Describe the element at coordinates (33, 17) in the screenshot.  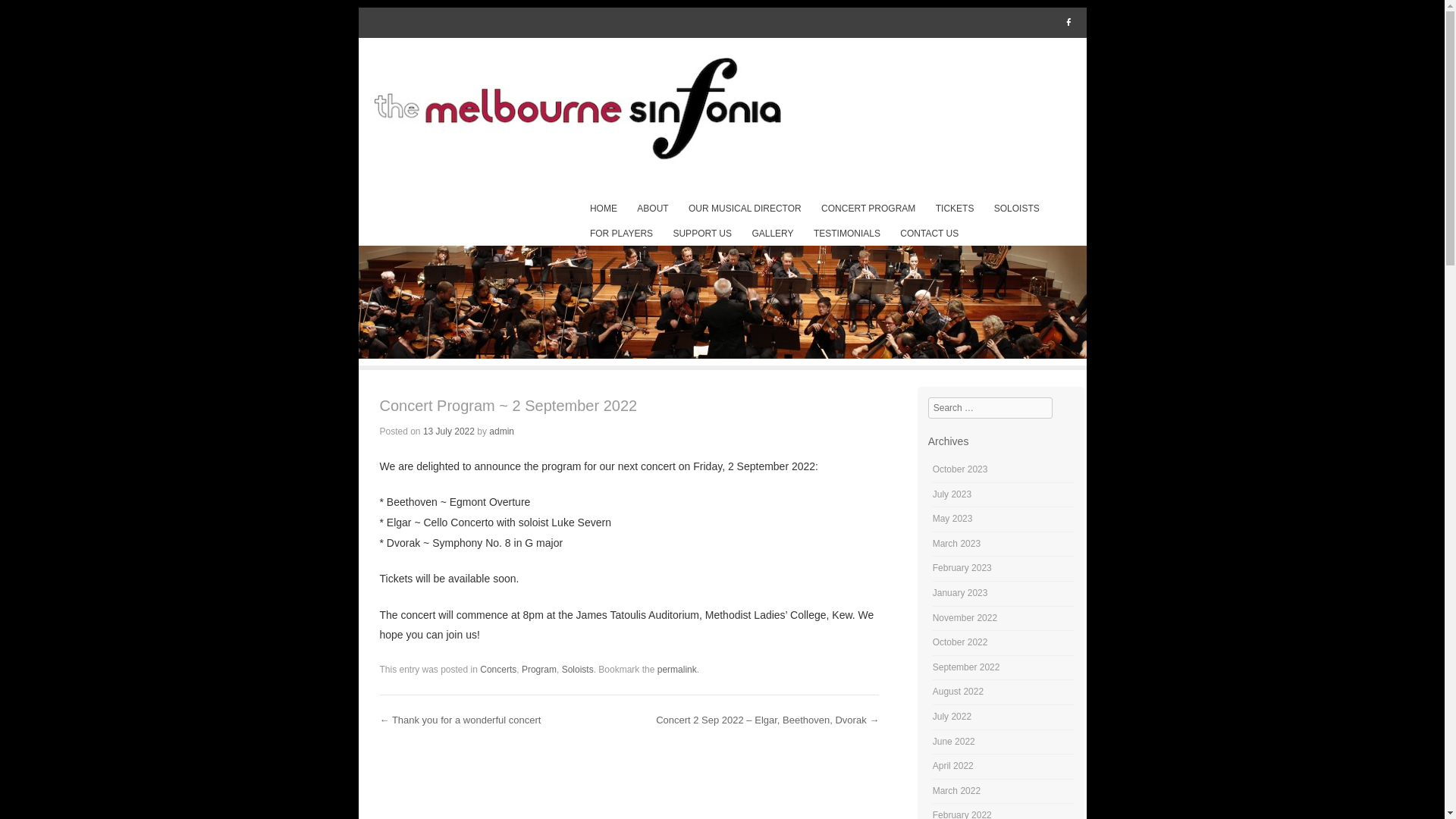
I see `'Search'` at that location.